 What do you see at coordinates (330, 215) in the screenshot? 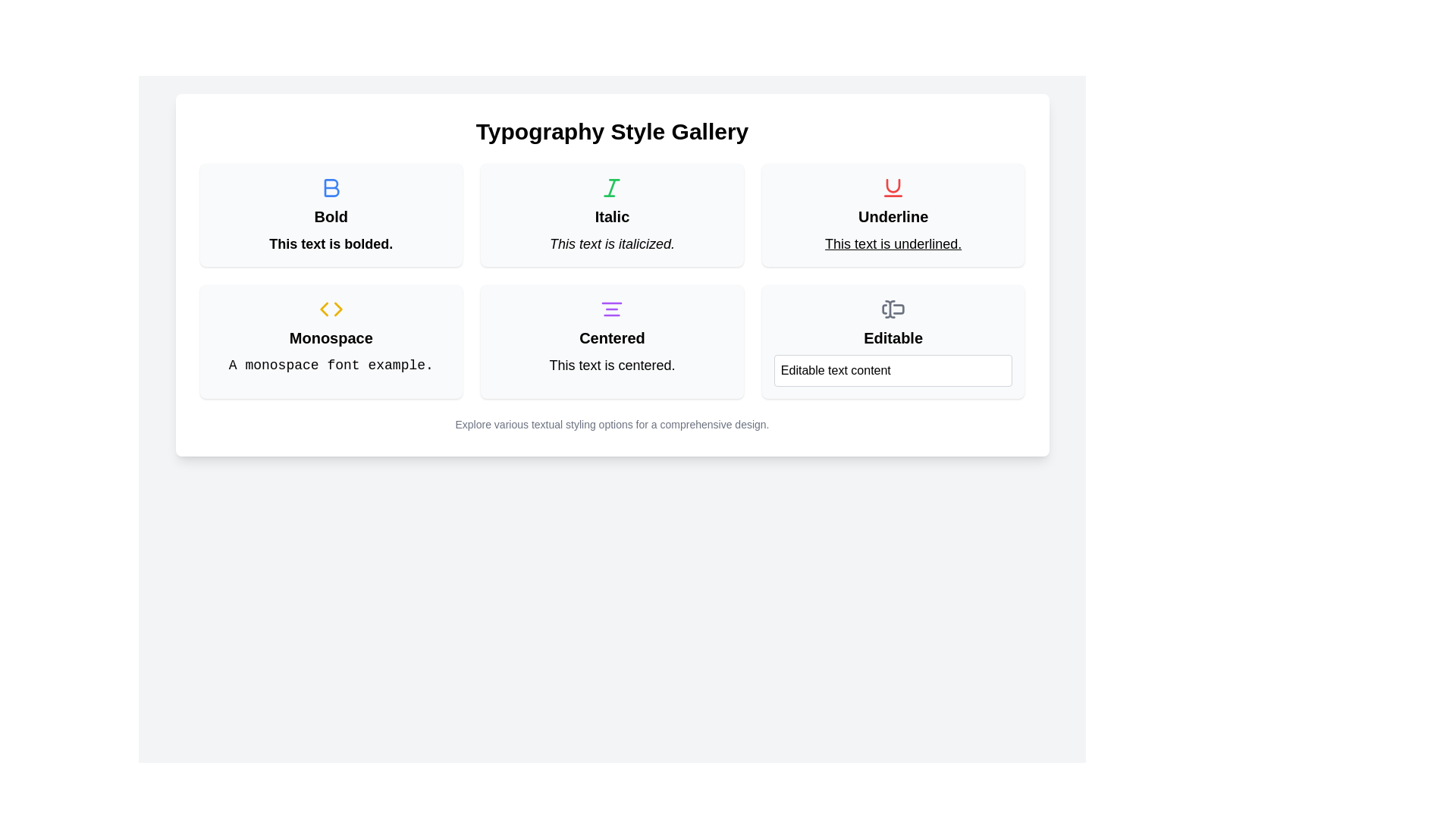
I see `the description of the bold text styling visual card, which is the first tile in a grid layout of six tiles` at bounding box center [330, 215].